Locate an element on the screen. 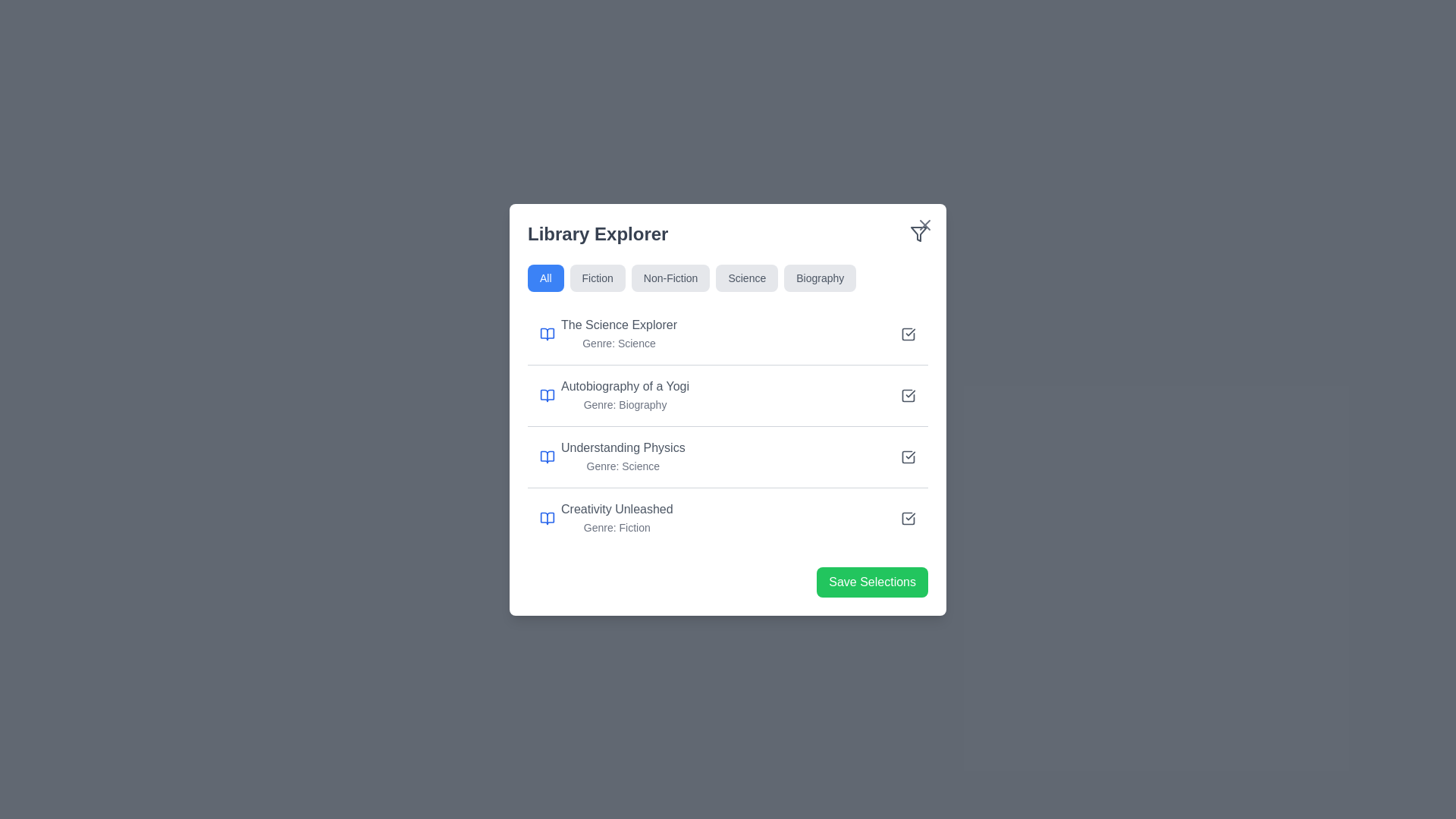  the filter selection button labeled 'All' to adjust the displayed content to include all categories is located at coordinates (545, 278).